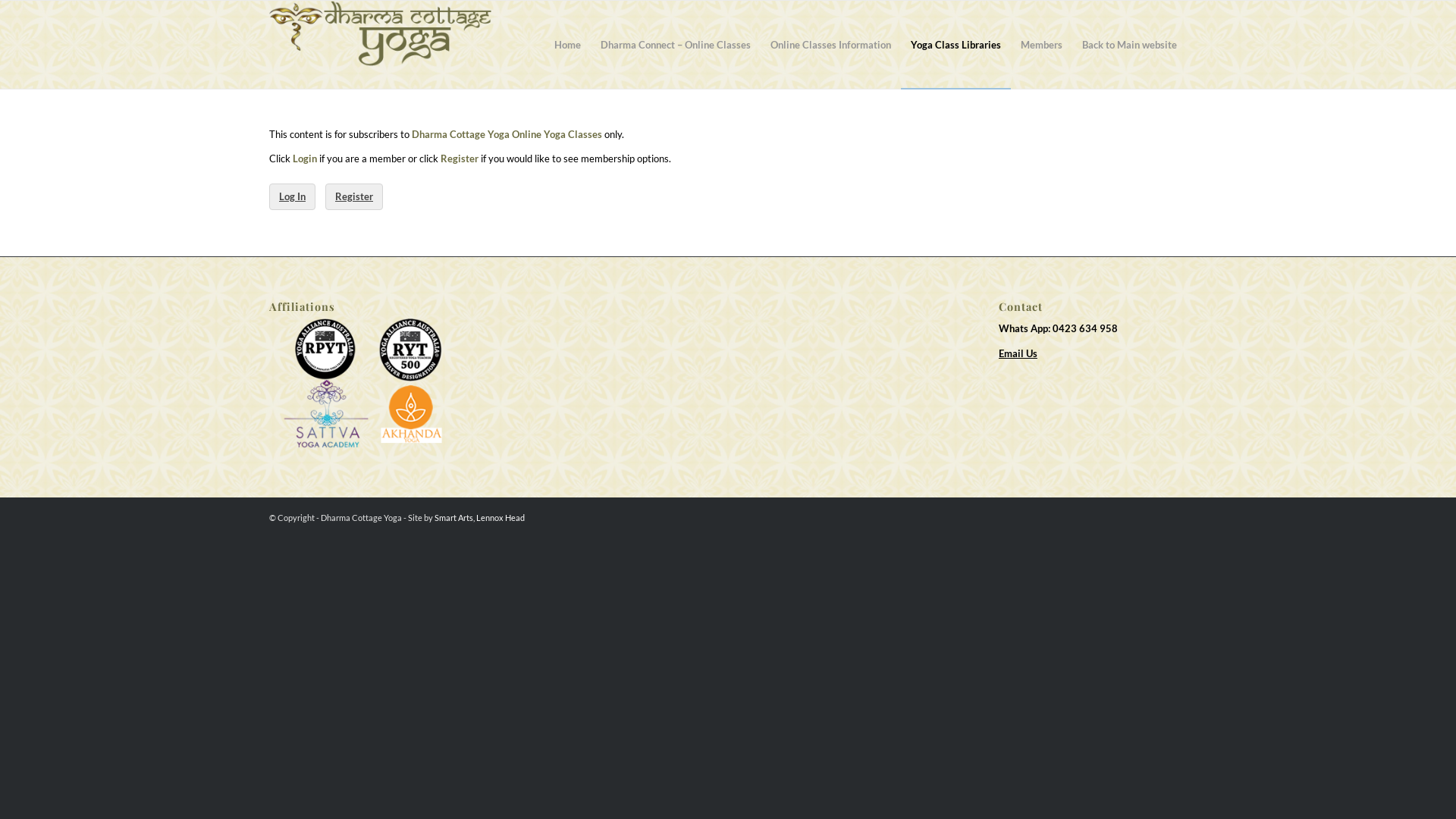 The width and height of the screenshot is (1456, 819). Describe the element at coordinates (292, 196) in the screenshot. I see `'Log In'` at that location.